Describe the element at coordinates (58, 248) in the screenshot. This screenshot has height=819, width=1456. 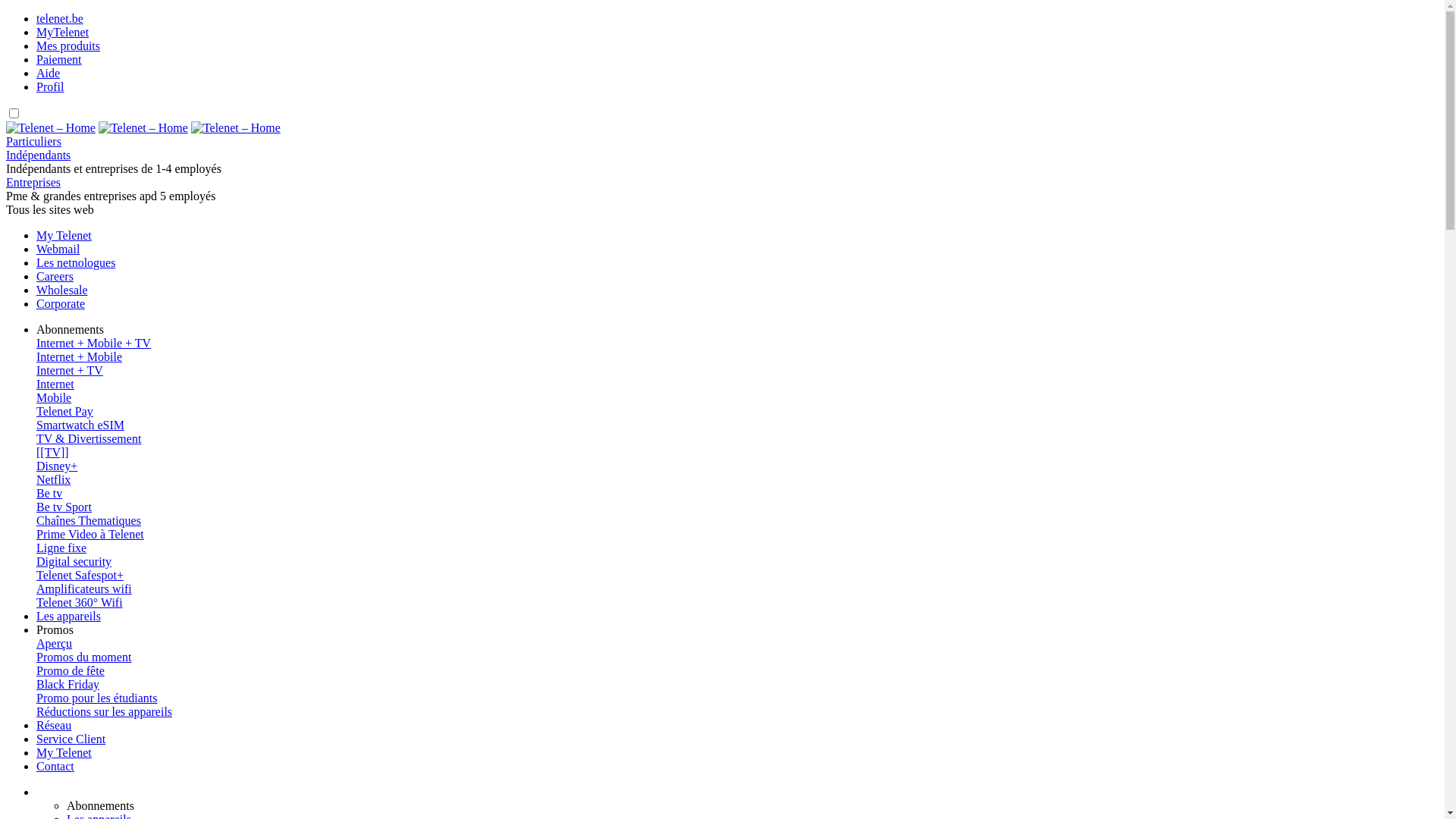
I see `'Webmail'` at that location.